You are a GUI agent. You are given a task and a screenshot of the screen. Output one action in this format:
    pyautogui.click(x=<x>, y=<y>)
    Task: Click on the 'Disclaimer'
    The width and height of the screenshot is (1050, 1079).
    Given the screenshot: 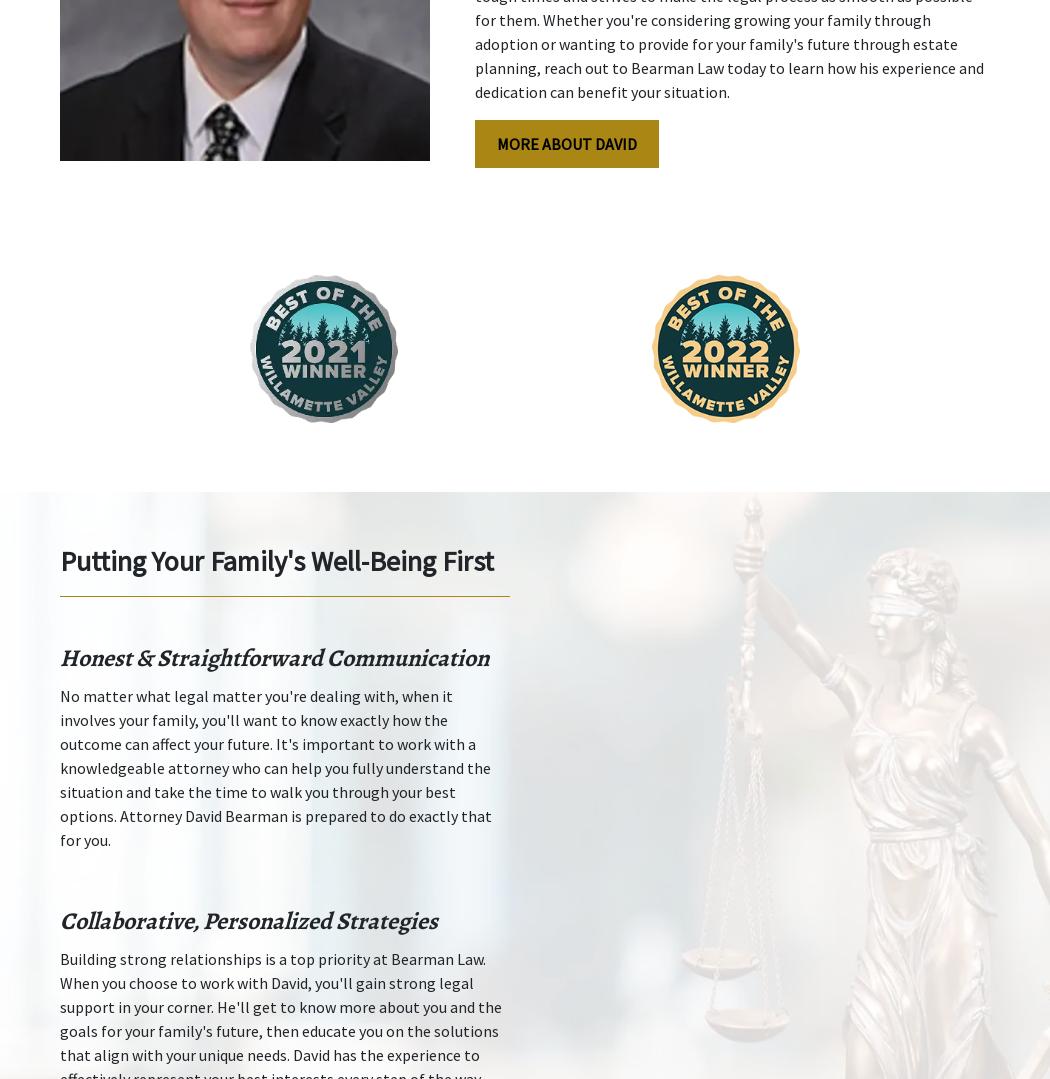 What is the action you would take?
    pyautogui.click(x=648, y=847)
    